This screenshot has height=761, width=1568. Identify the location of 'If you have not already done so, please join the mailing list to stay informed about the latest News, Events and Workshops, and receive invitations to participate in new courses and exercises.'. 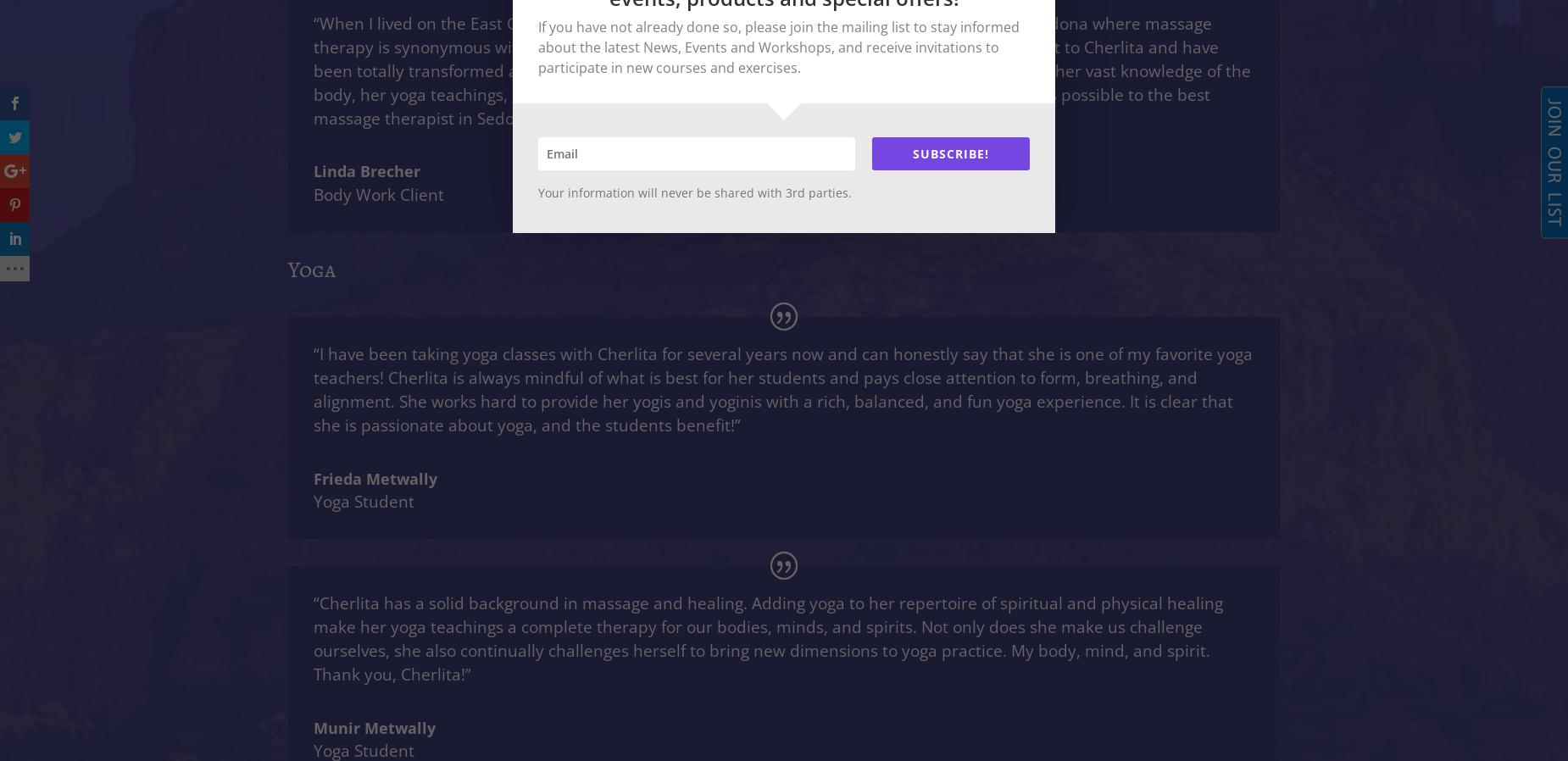
(779, 45).